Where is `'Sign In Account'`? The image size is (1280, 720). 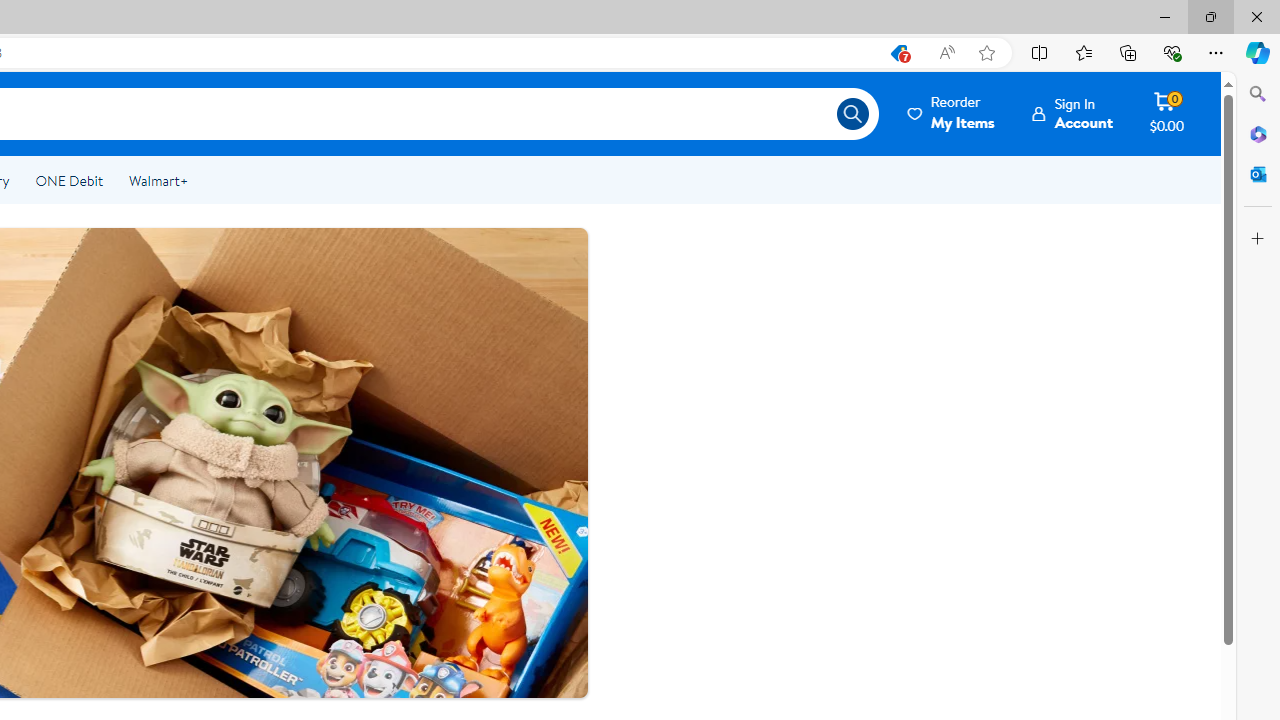
'Sign In Account' is located at coordinates (1072, 113).